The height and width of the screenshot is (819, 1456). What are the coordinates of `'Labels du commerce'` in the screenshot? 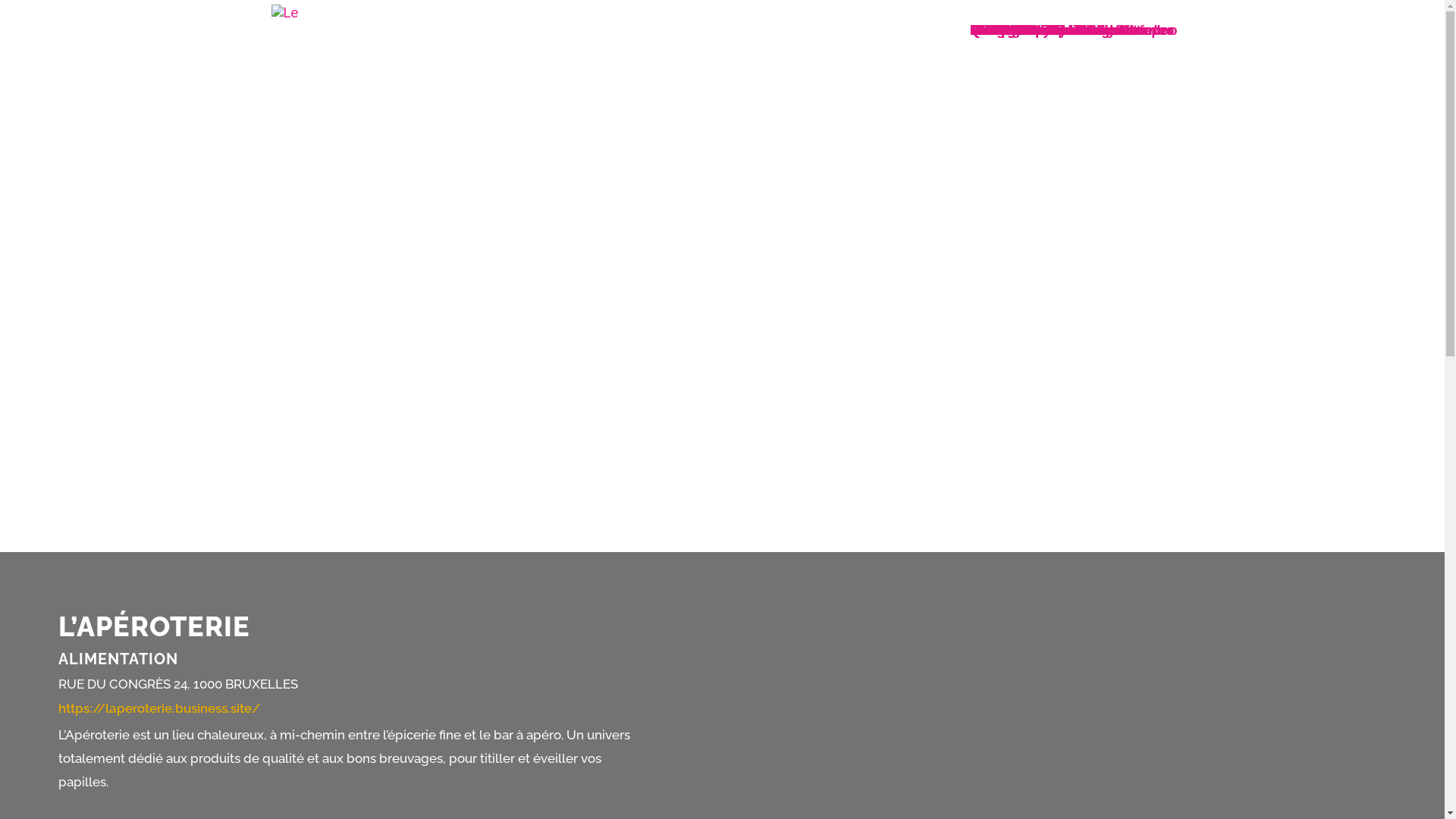 It's located at (1037, 30).